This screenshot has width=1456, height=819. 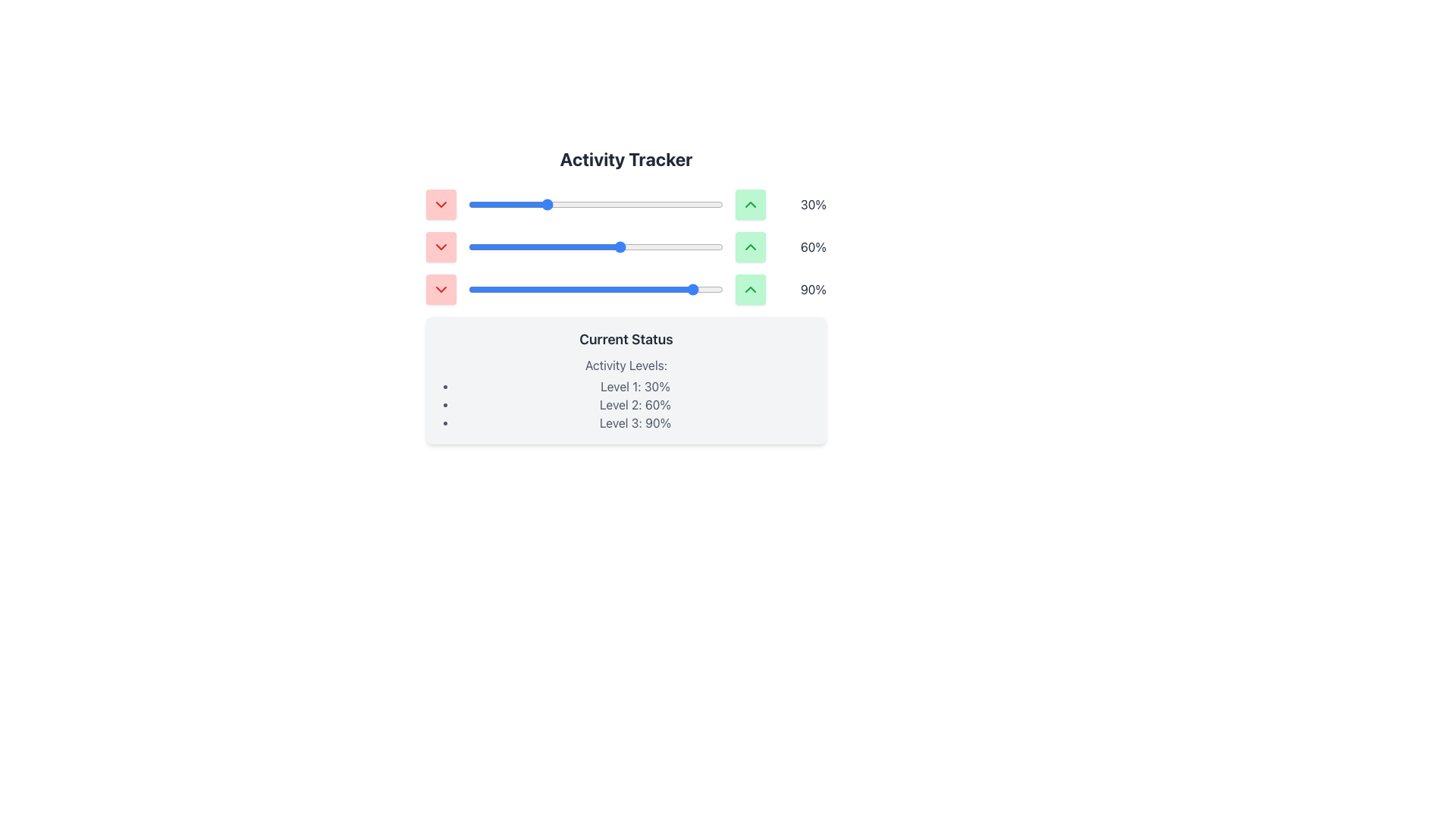 What do you see at coordinates (440, 289) in the screenshot?
I see `the third downward-facing chevron icon button, which is bold red and located within a light red rounded rectangular button, for tooltip or visual feedback` at bounding box center [440, 289].